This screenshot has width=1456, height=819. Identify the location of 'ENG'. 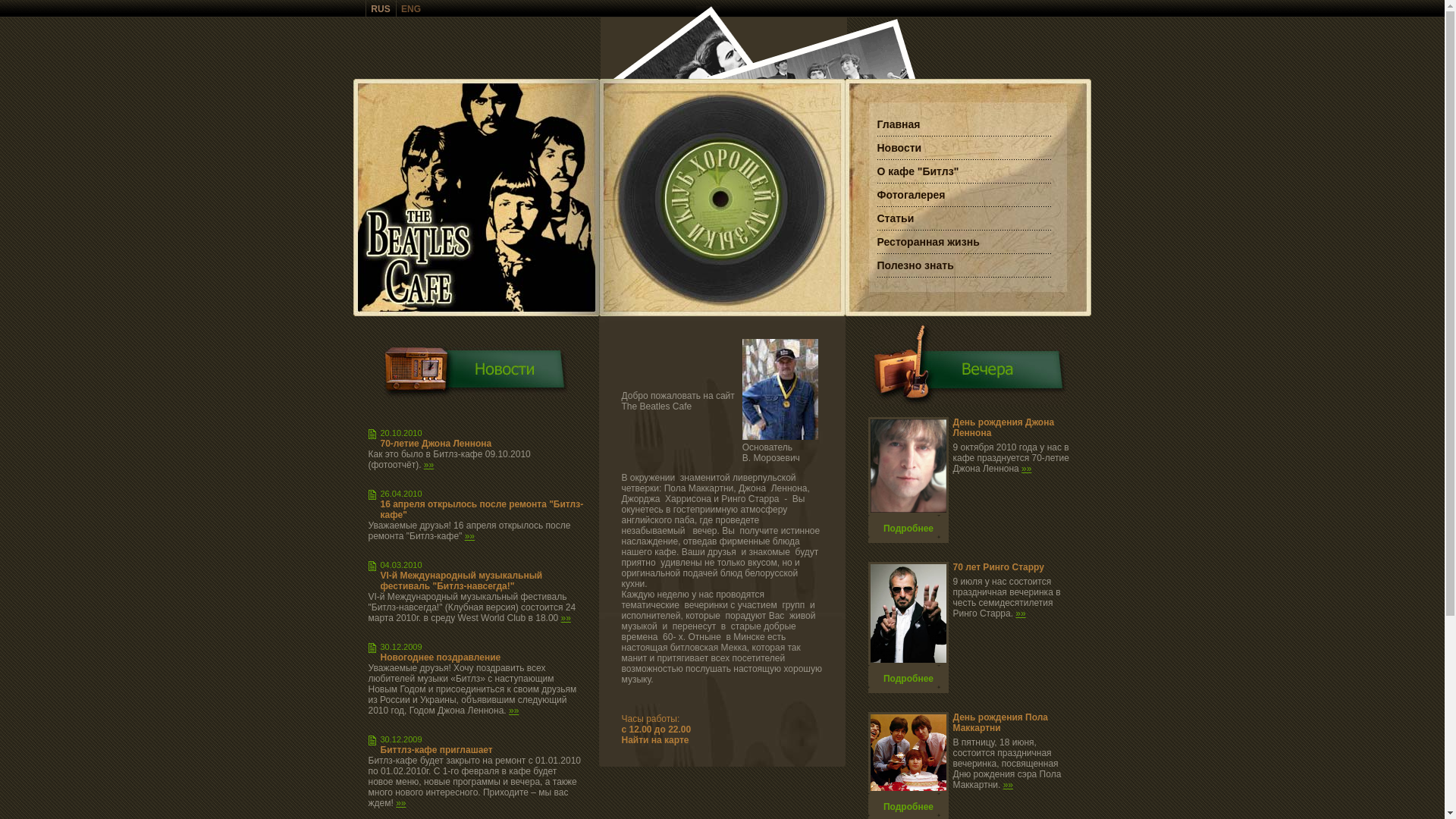
(411, 8).